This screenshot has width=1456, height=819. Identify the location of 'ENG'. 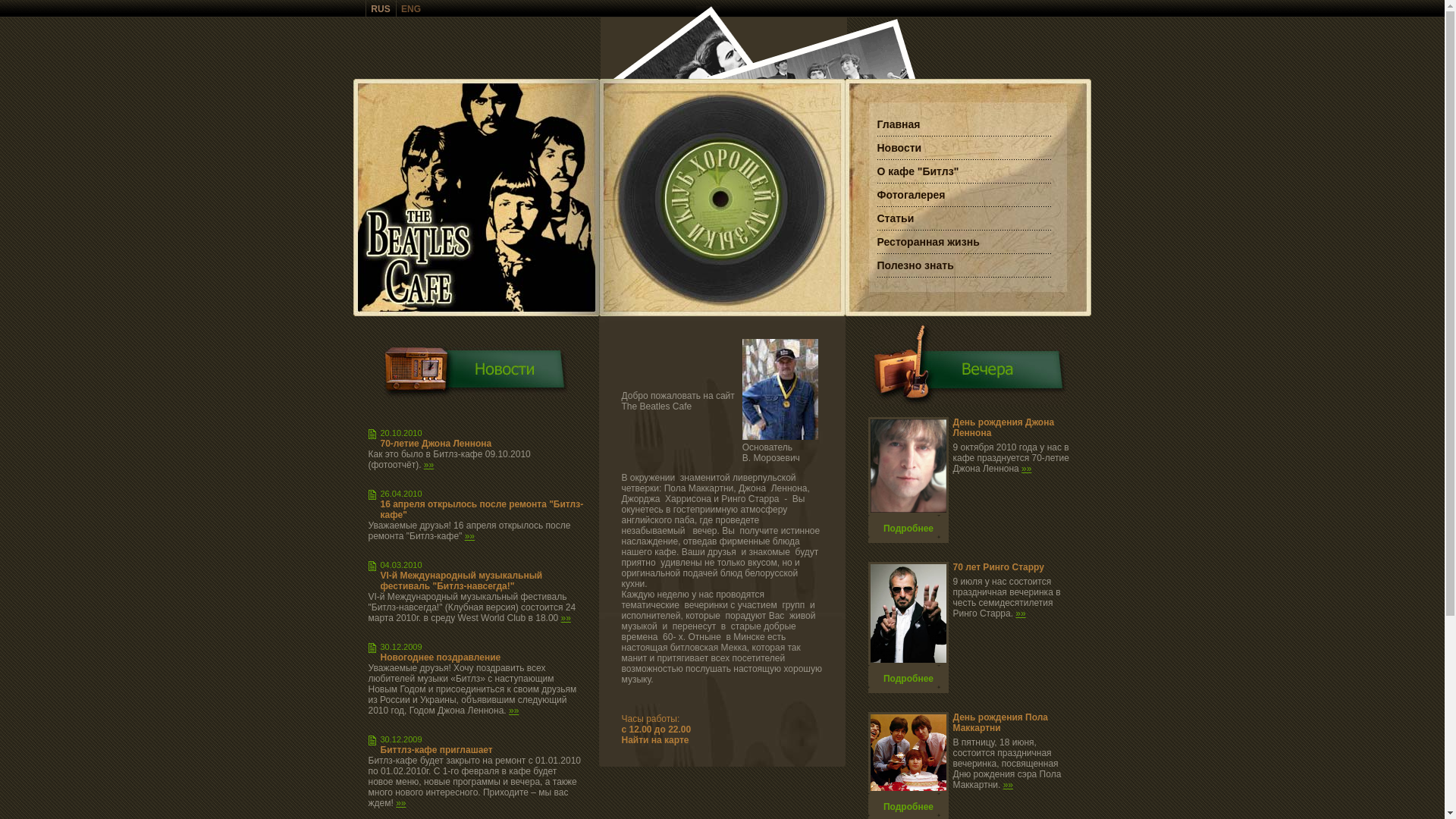
(411, 8).